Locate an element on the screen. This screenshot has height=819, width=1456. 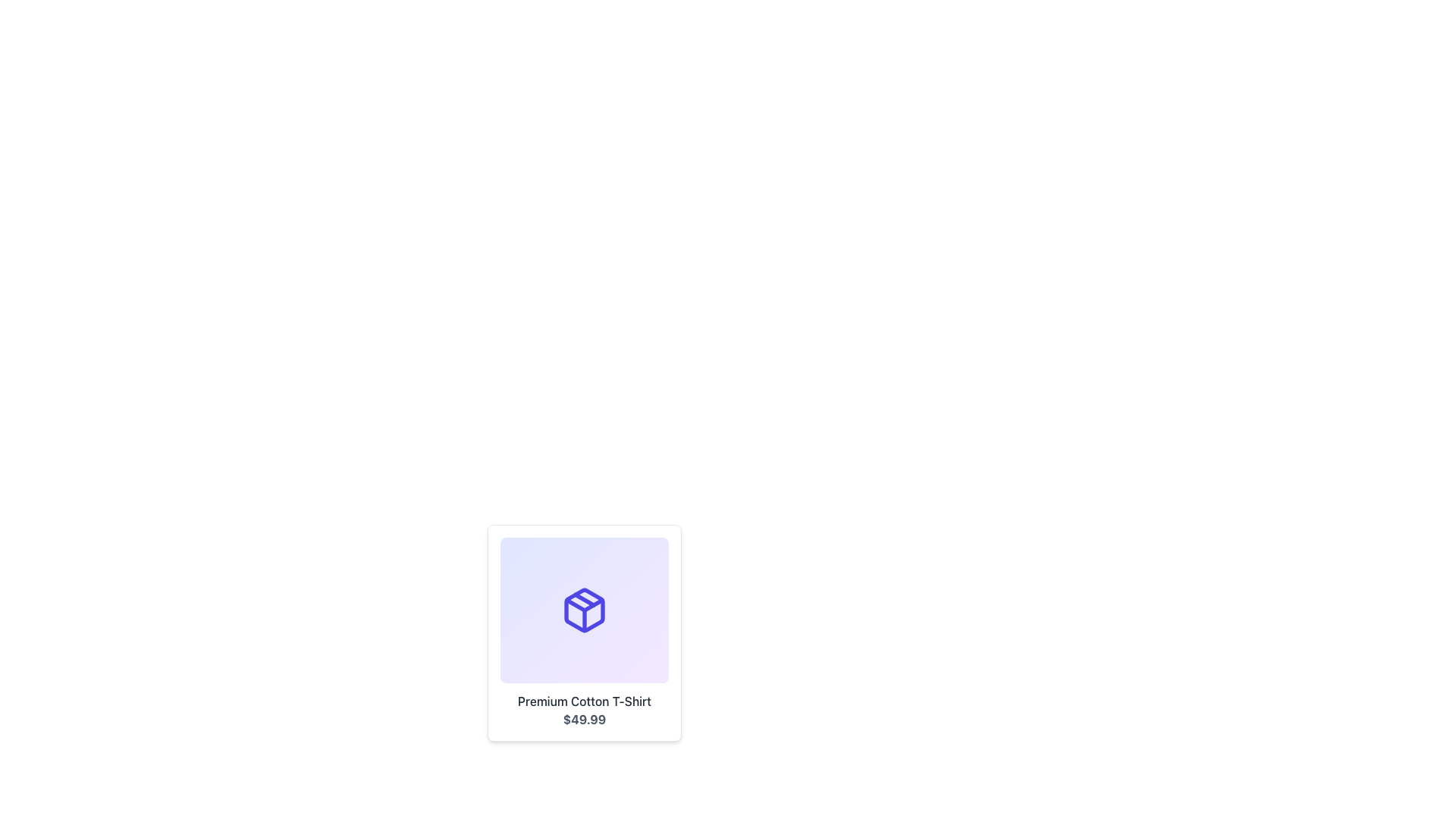
price displayed in the text label showing '$49.99', which is centrally aligned below the 'Premium Cotton T-Shirt' text within the card component is located at coordinates (584, 718).